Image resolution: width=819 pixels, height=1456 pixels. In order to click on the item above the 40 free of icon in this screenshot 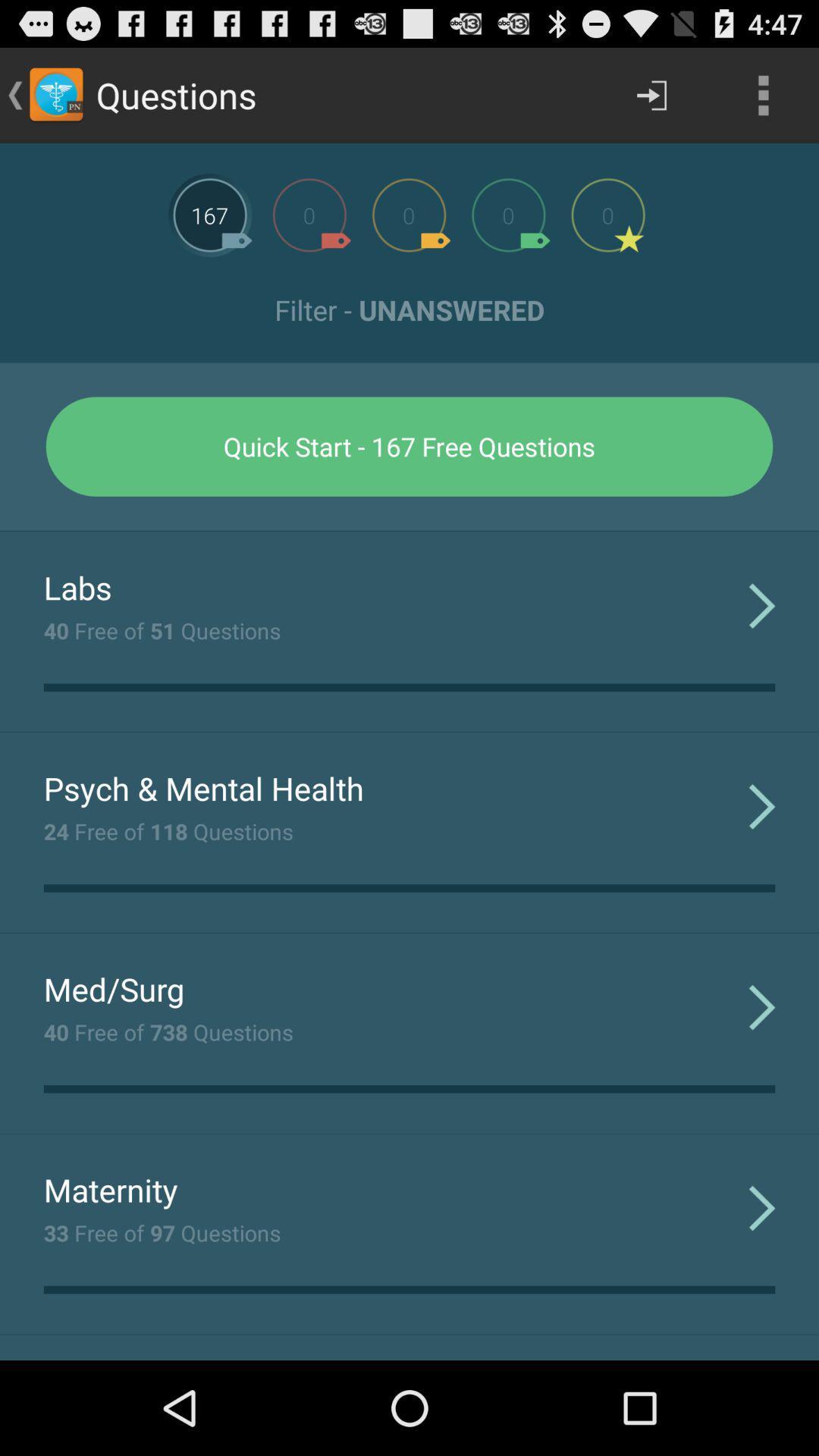, I will do `click(113, 989)`.